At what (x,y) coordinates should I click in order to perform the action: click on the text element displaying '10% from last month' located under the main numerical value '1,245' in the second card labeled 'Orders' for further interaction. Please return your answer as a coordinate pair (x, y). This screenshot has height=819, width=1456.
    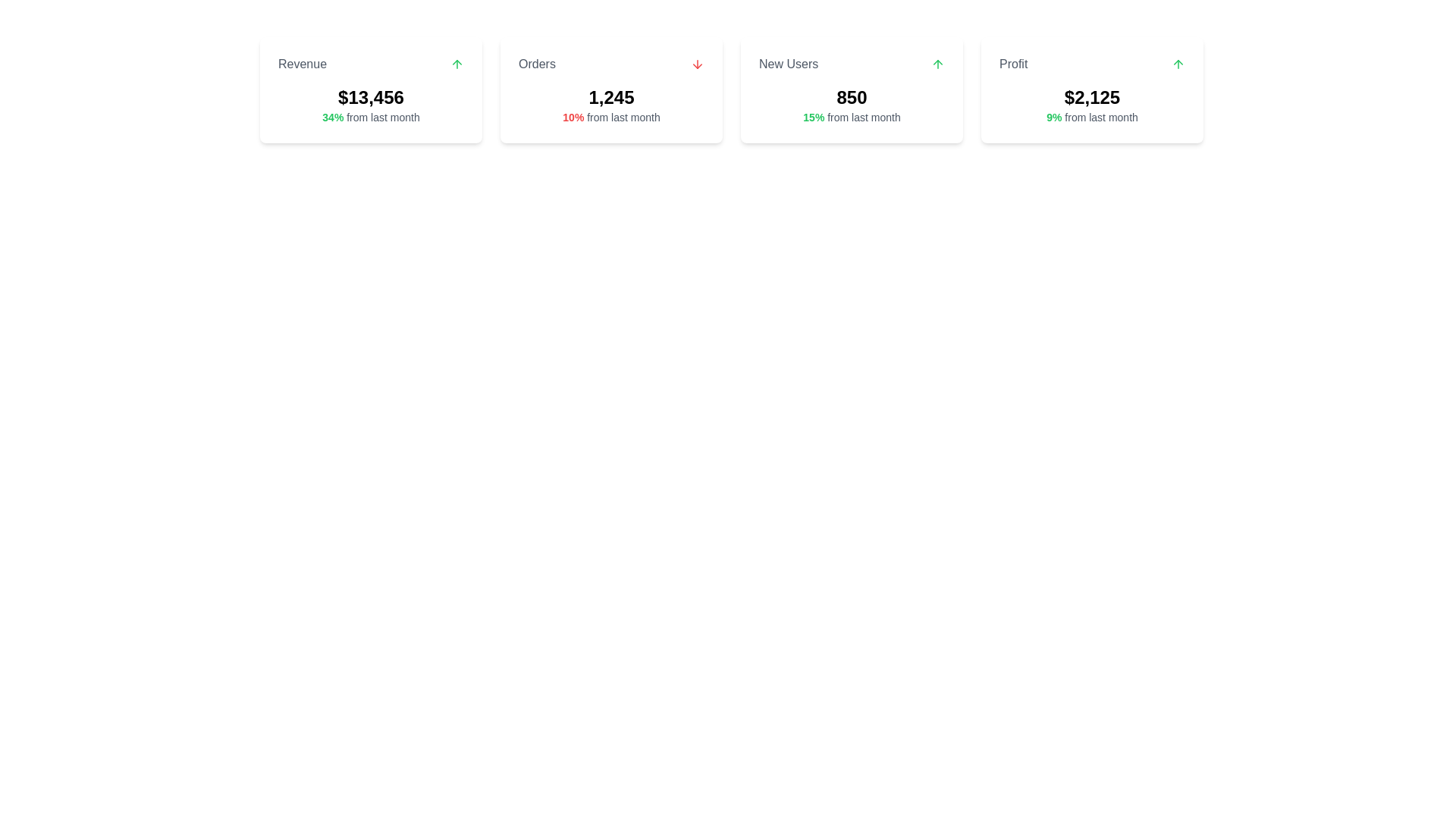
    Looking at the image, I should click on (573, 116).